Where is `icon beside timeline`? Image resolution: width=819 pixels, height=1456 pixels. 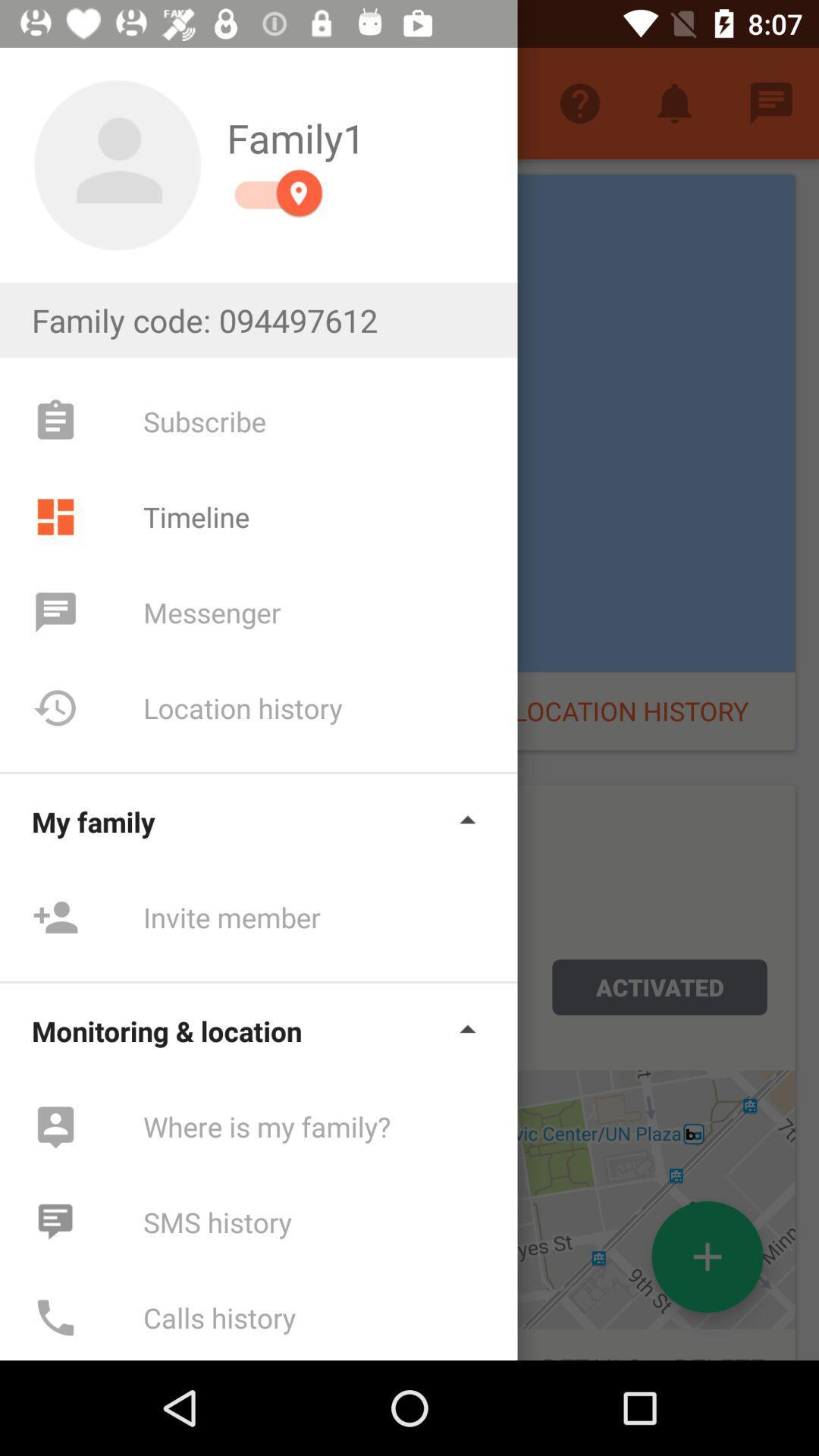
icon beside timeline is located at coordinates (55, 516).